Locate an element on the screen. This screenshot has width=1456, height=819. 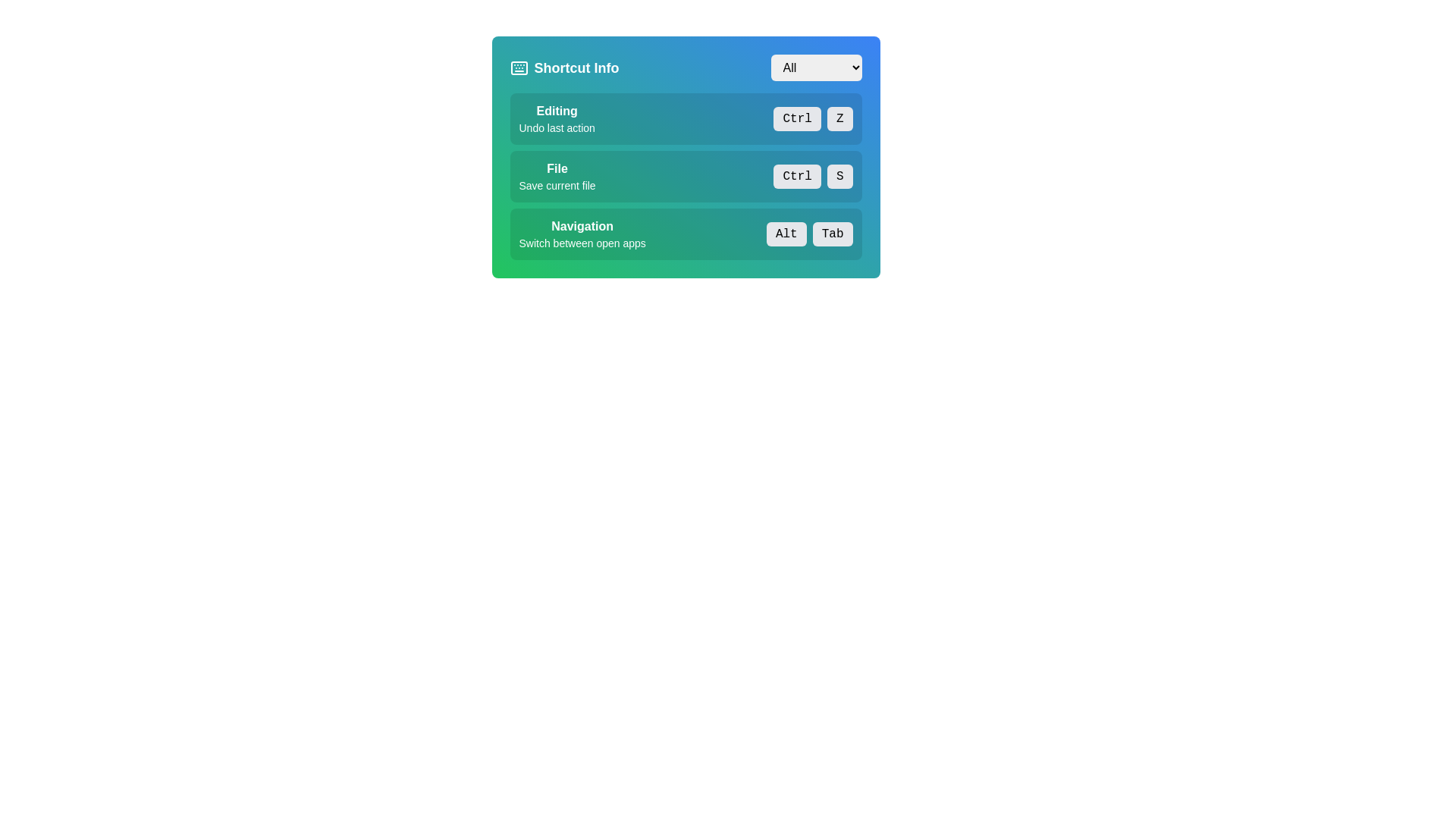
the Information block that describes the 'Ctrl + Z' keyboard shortcut for 'Undo last action' located near the top of the list is located at coordinates (685, 118).